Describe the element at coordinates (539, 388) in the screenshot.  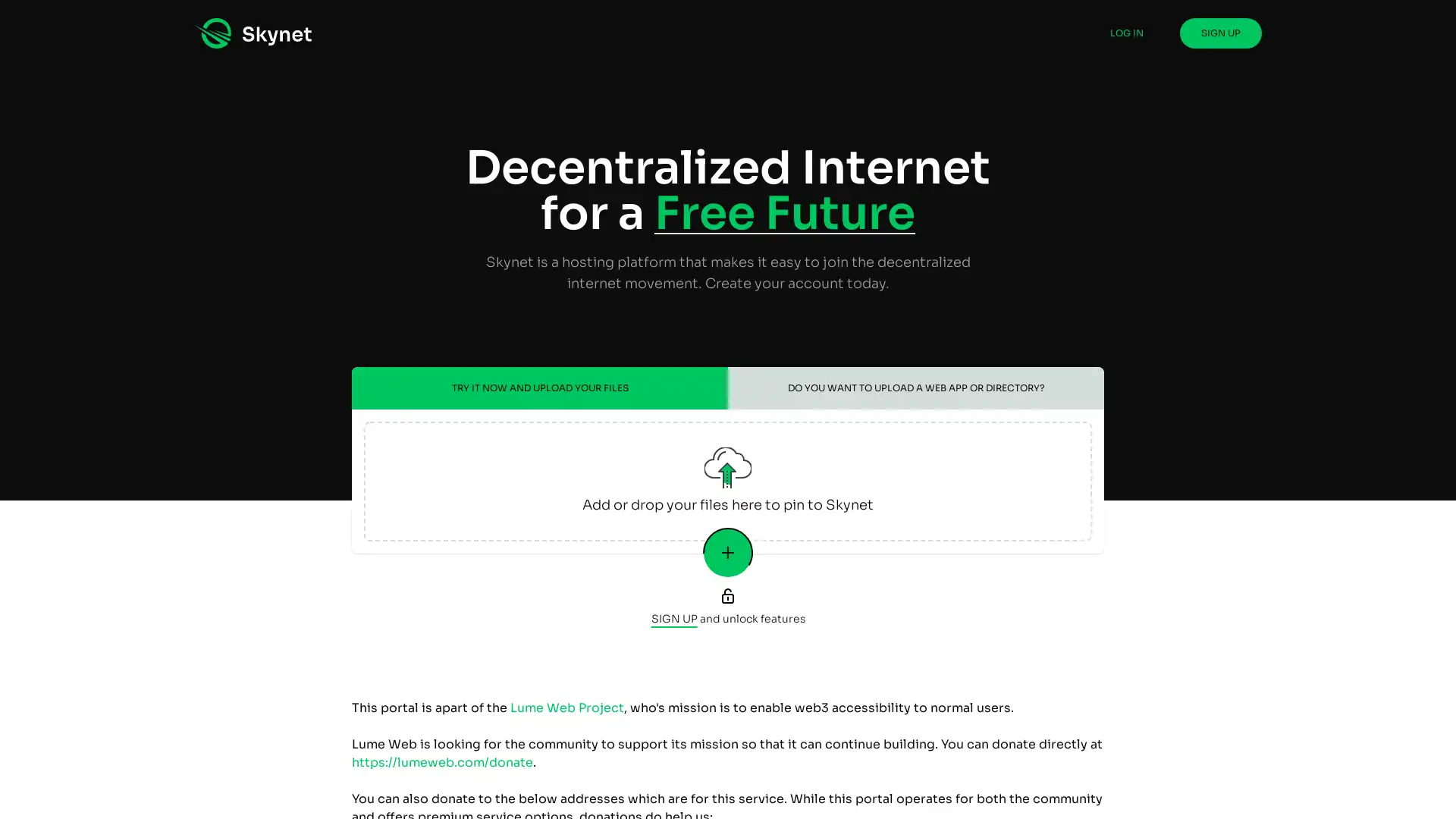
I see `TRY IT NOW AND UPLOAD YOUR FILES` at that location.